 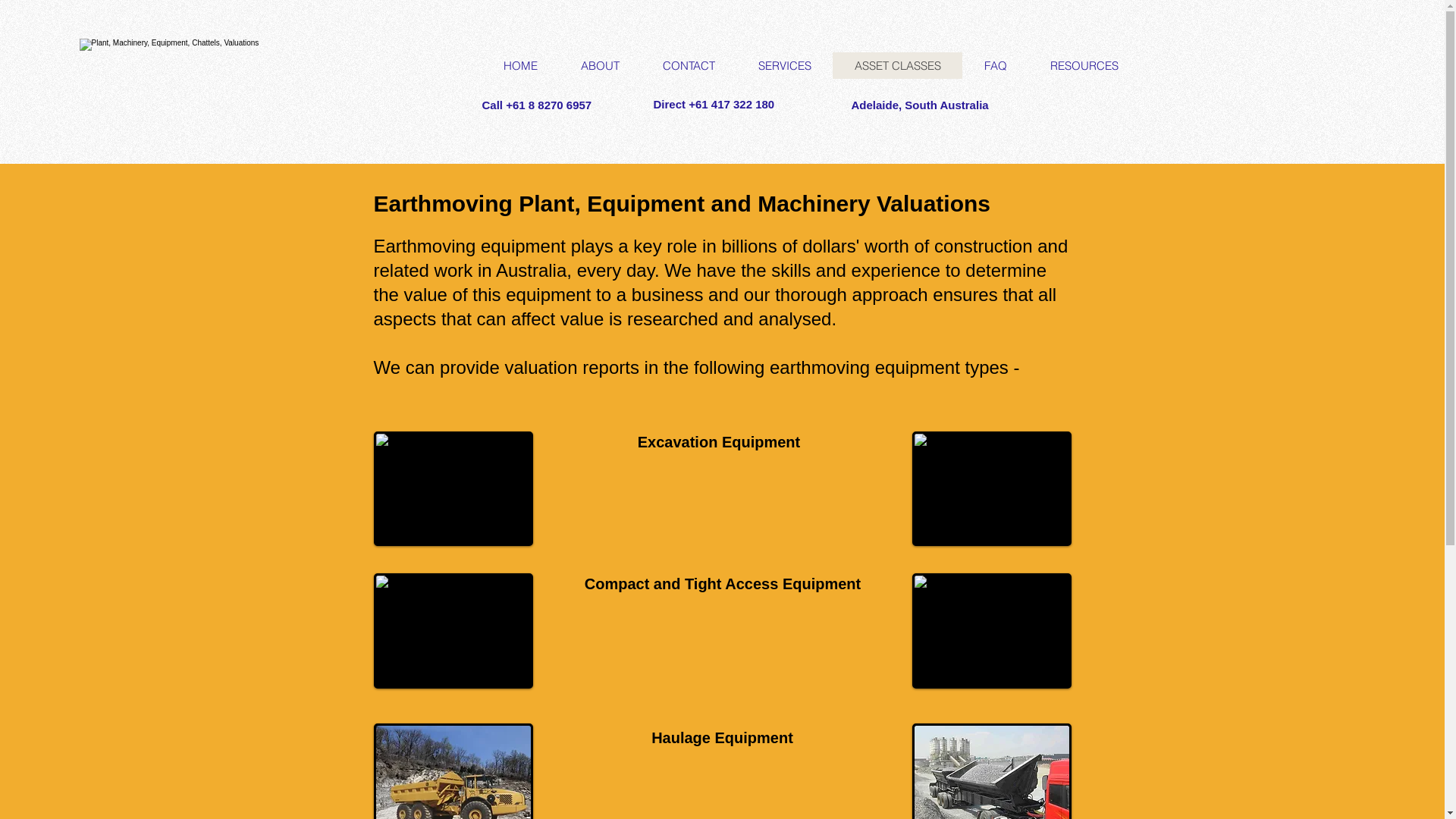 I want to click on 'ASSET CLASSES', so click(x=832, y=64).